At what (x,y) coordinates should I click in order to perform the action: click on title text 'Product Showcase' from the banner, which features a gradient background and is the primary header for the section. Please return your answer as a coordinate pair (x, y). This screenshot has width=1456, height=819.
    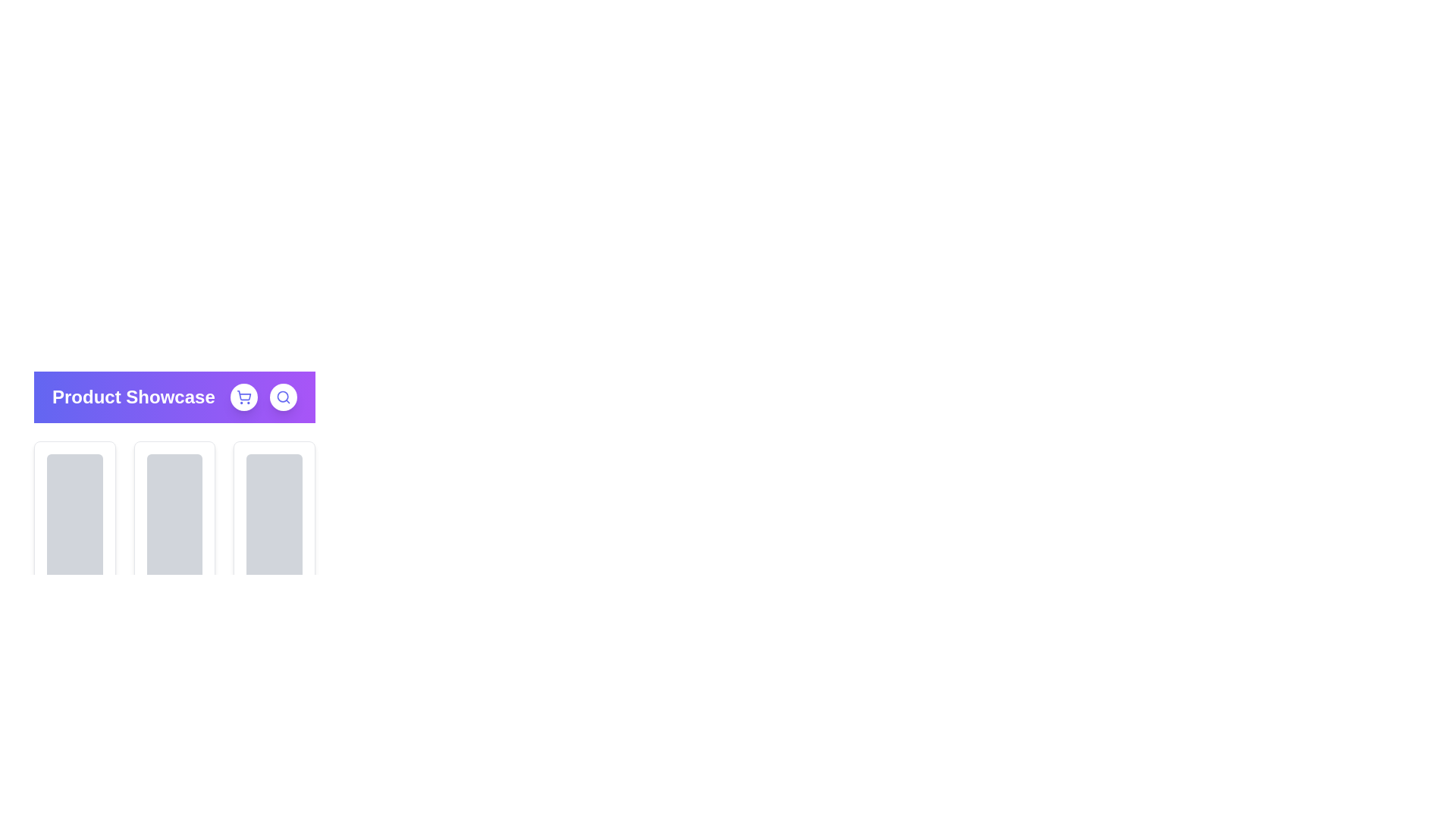
    Looking at the image, I should click on (174, 397).